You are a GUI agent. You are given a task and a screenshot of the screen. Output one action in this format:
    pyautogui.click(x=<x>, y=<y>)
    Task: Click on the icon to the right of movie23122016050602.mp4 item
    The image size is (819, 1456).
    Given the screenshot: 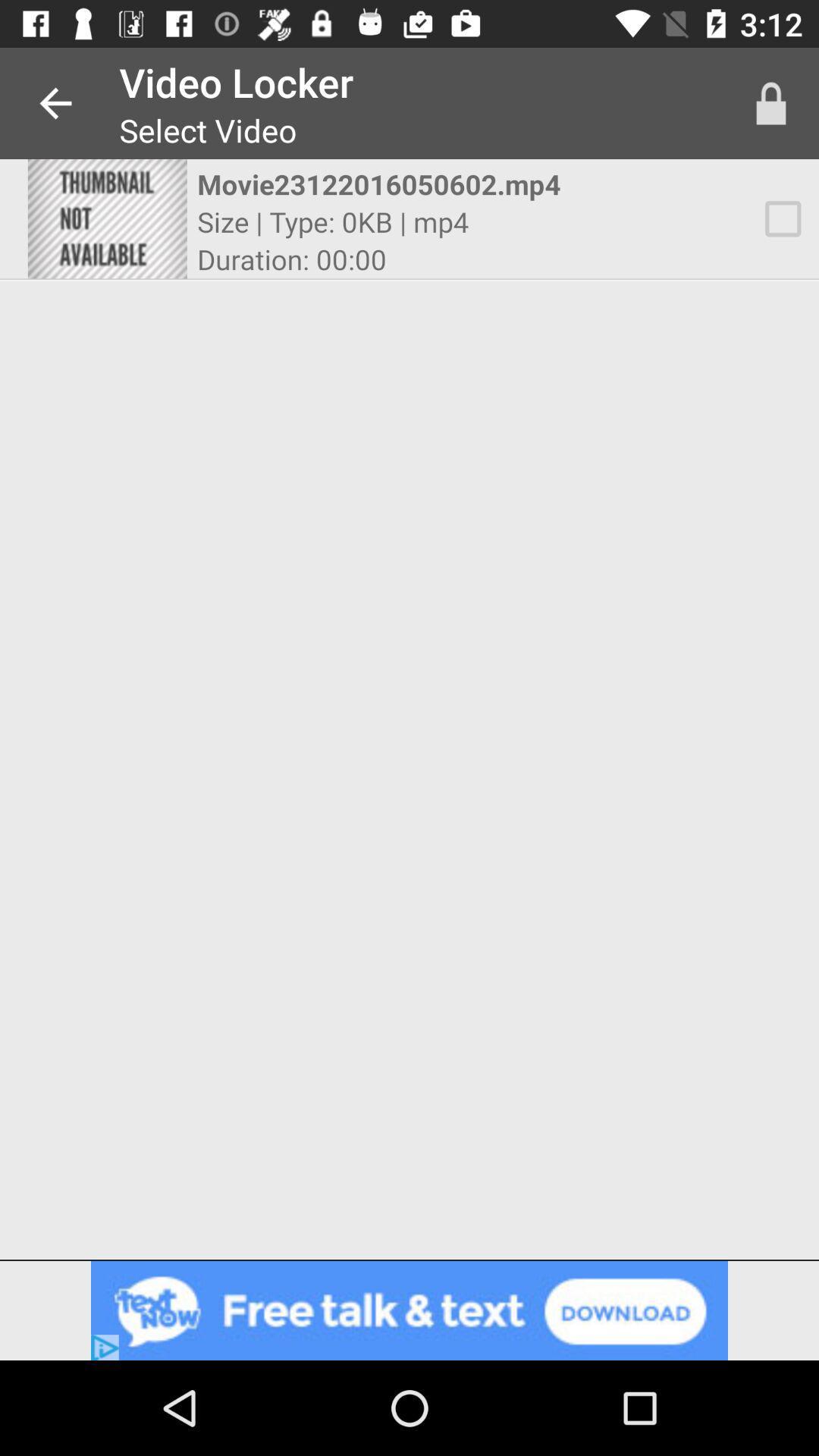 What is the action you would take?
    pyautogui.click(x=783, y=218)
    